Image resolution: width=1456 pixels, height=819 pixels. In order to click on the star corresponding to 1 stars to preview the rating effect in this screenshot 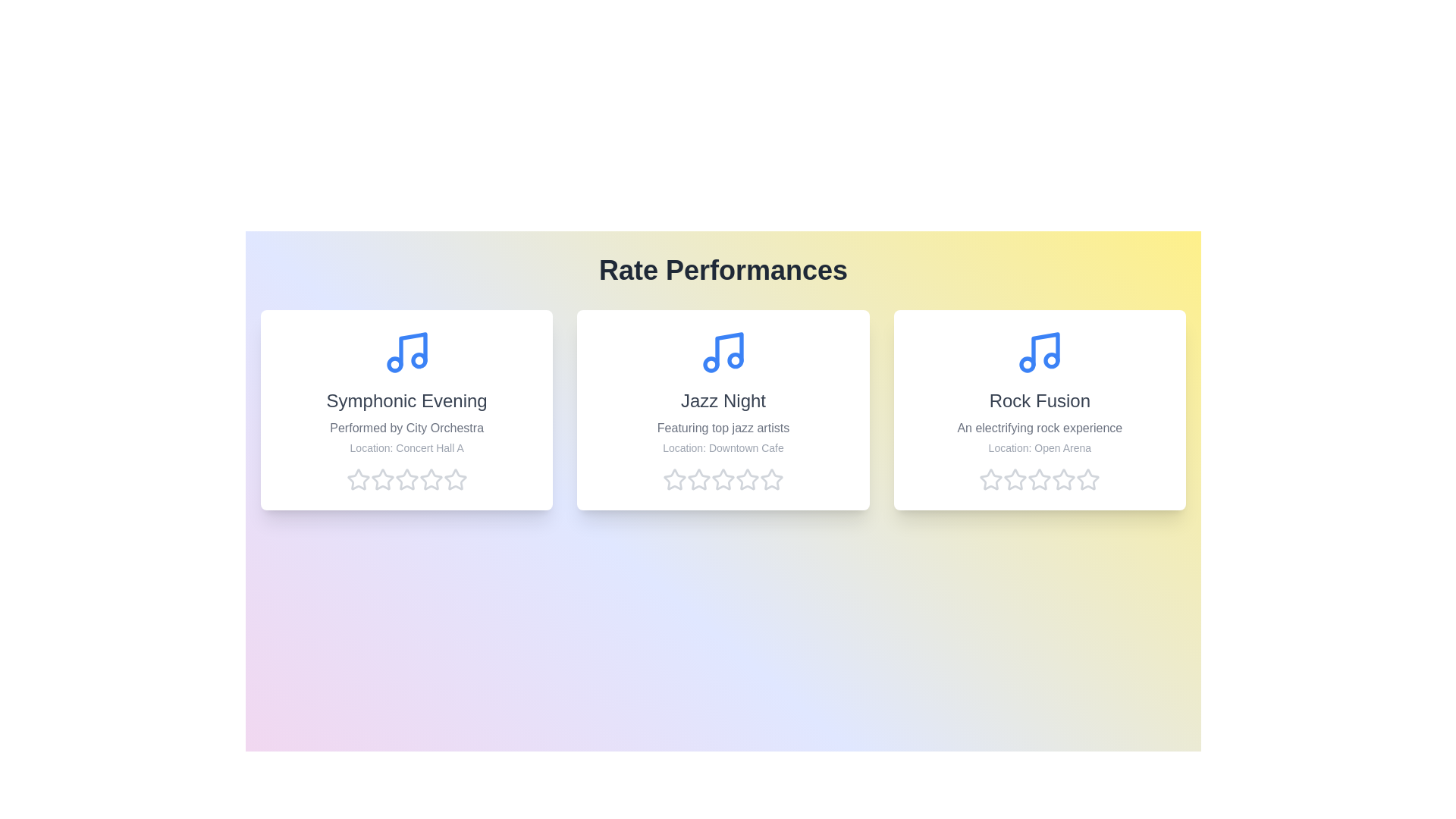, I will do `click(357, 479)`.